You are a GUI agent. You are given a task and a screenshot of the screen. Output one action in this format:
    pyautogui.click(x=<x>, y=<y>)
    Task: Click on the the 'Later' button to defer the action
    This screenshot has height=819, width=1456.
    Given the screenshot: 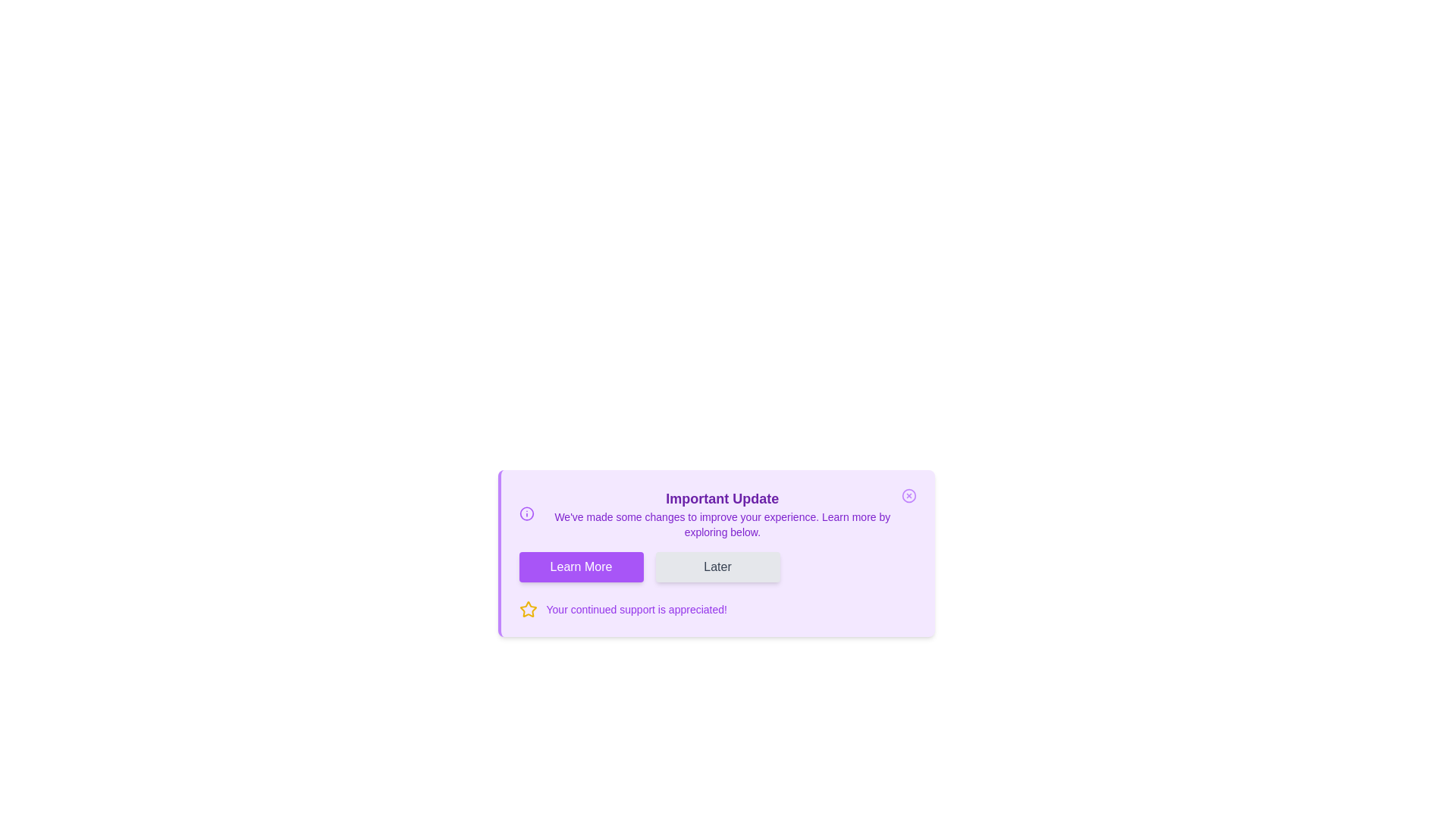 What is the action you would take?
    pyautogui.click(x=717, y=567)
    